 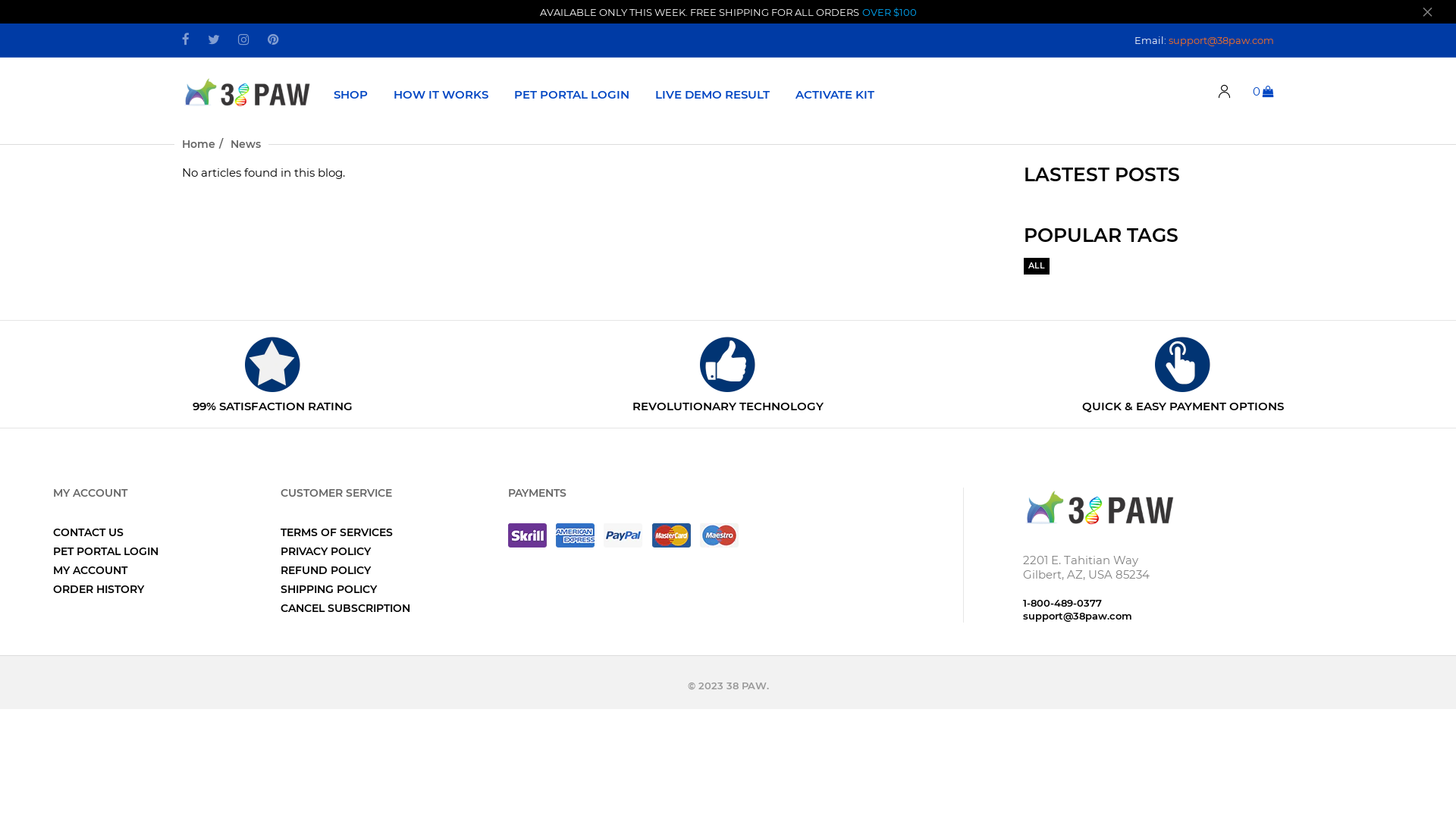 What do you see at coordinates (1099, 506) in the screenshot?
I see `'38 Paw'` at bounding box center [1099, 506].